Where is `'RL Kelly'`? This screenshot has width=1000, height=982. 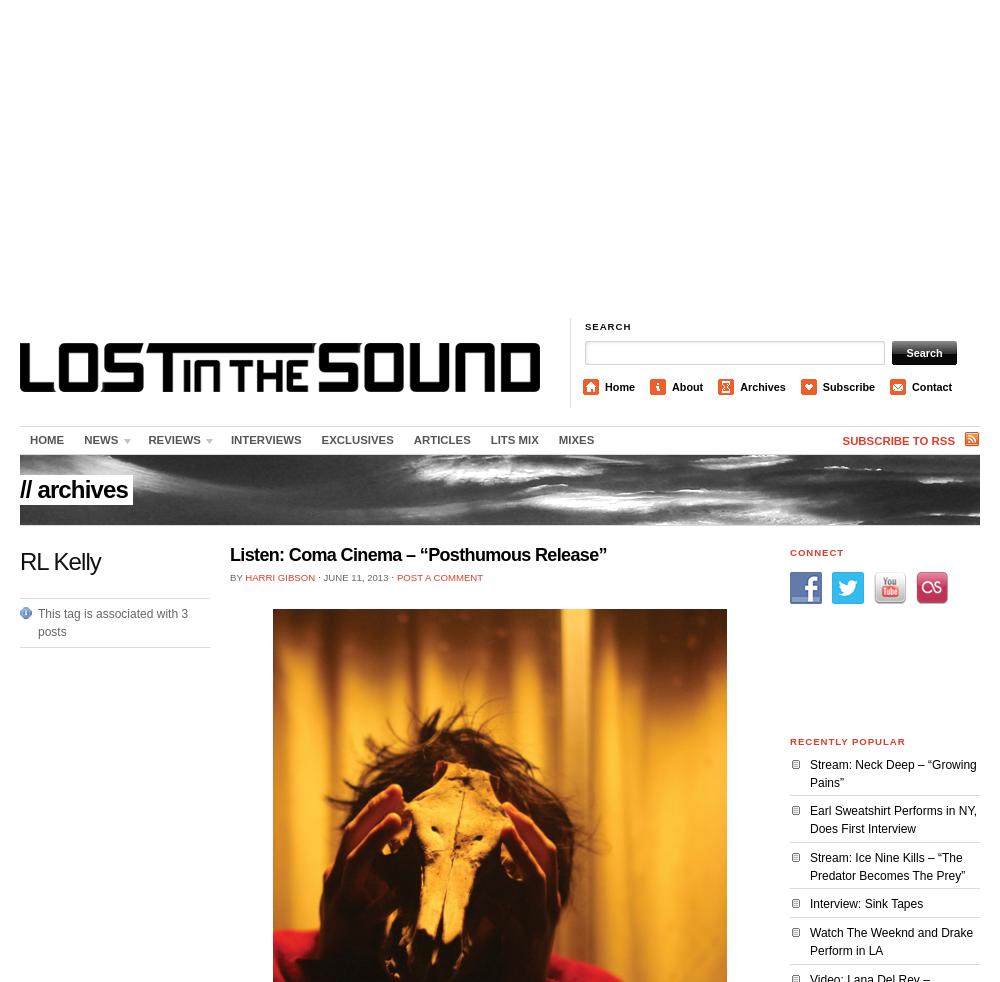 'RL Kelly' is located at coordinates (20, 560).